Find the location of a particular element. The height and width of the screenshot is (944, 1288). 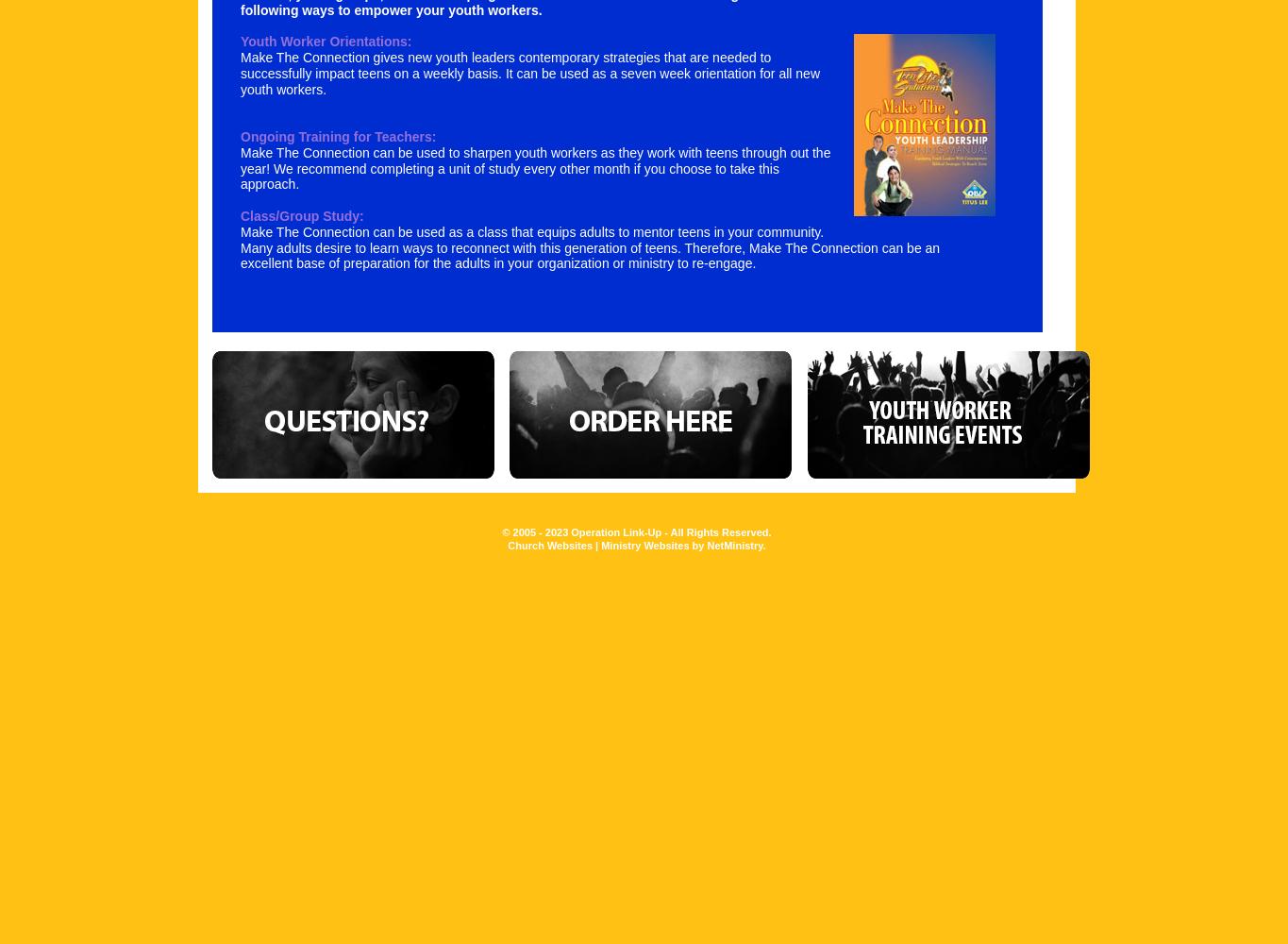

'by' is located at coordinates (698, 544).